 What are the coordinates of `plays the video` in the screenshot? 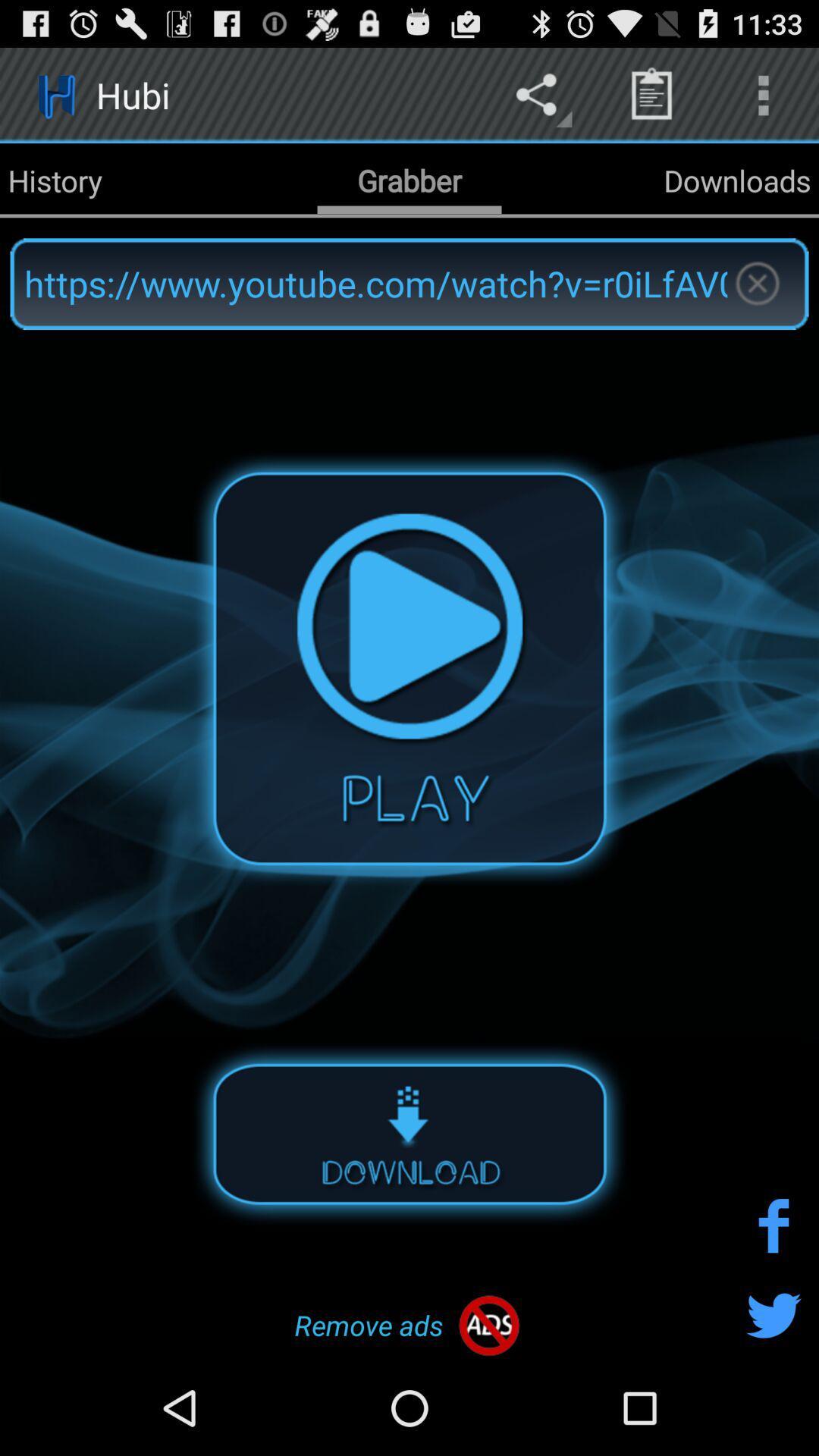 It's located at (409, 667).